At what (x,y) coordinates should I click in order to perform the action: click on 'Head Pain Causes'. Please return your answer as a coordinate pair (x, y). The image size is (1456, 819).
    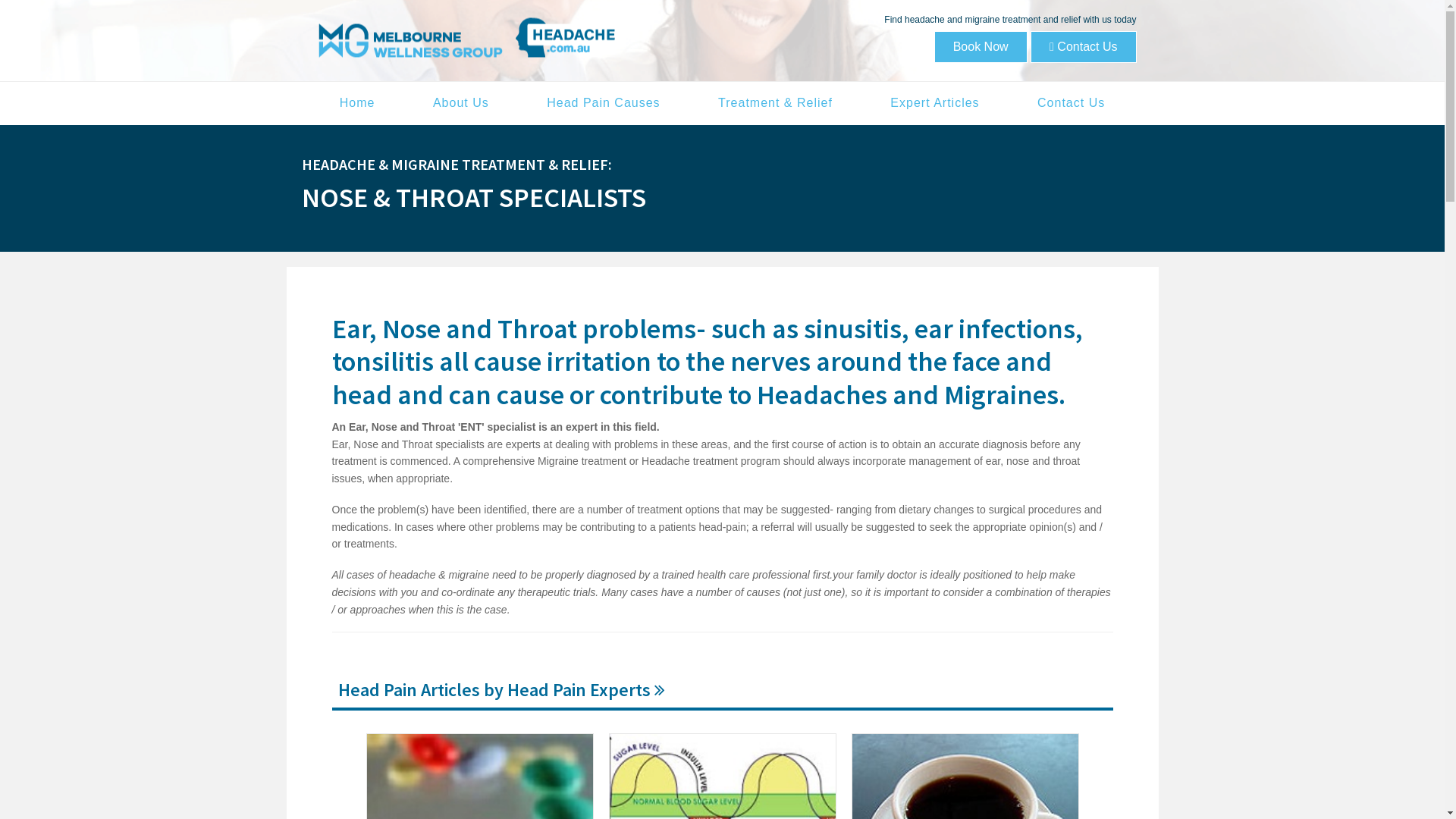
    Looking at the image, I should click on (602, 102).